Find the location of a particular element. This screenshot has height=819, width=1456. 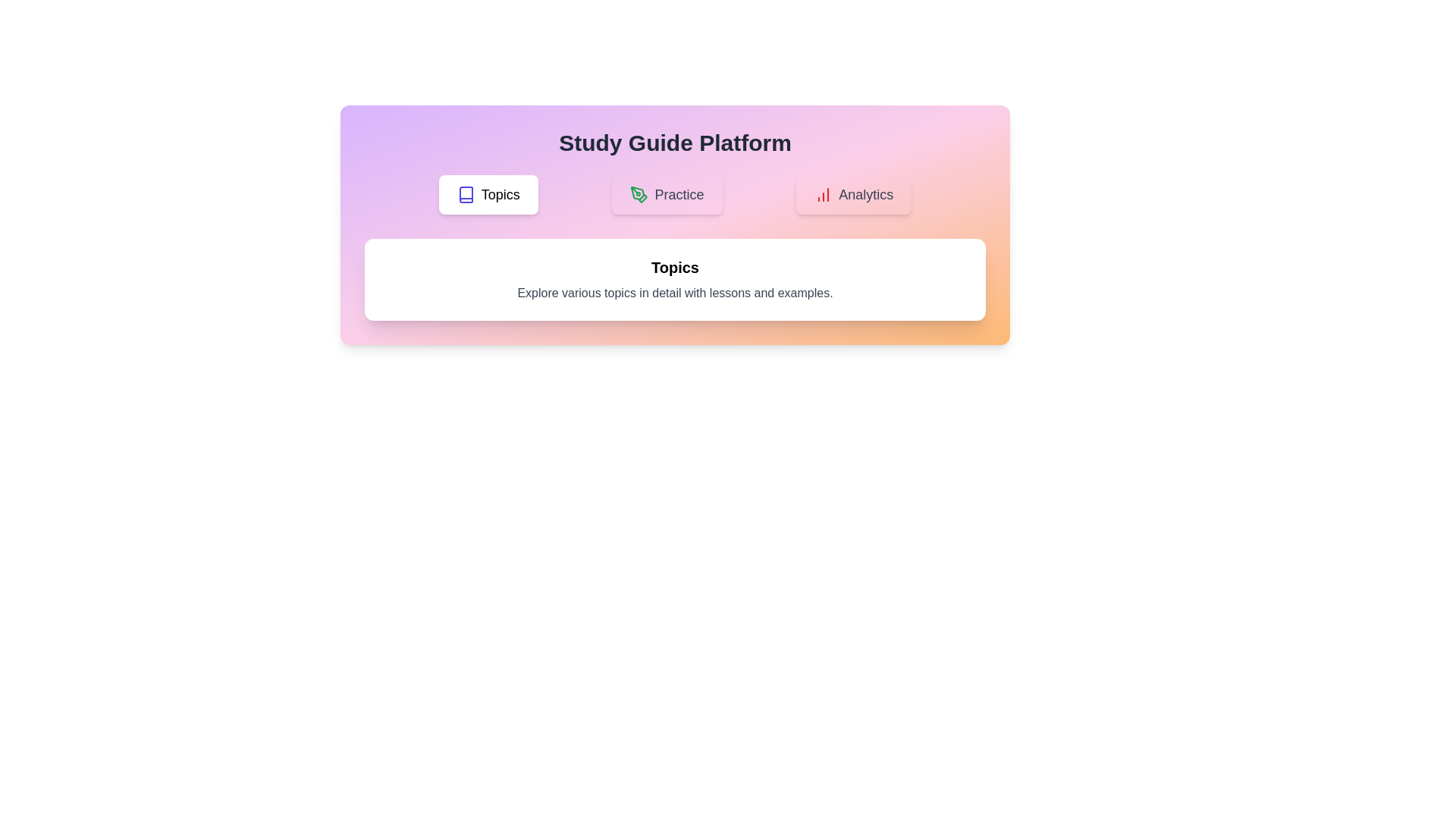

the Practice button to observe its hover effect is located at coordinates (667, 194).